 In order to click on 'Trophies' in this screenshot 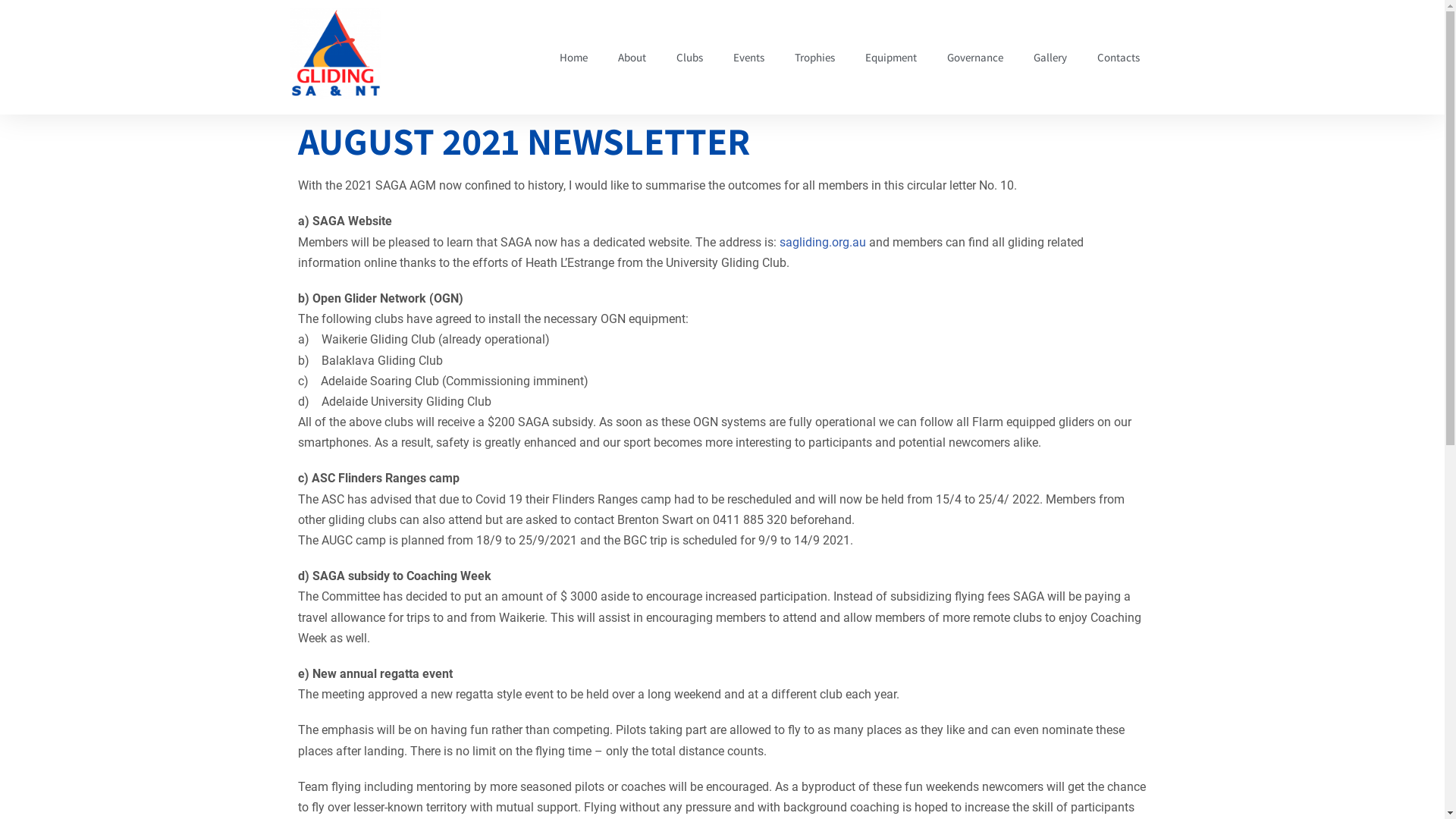, I will do `click(814, 57)`.